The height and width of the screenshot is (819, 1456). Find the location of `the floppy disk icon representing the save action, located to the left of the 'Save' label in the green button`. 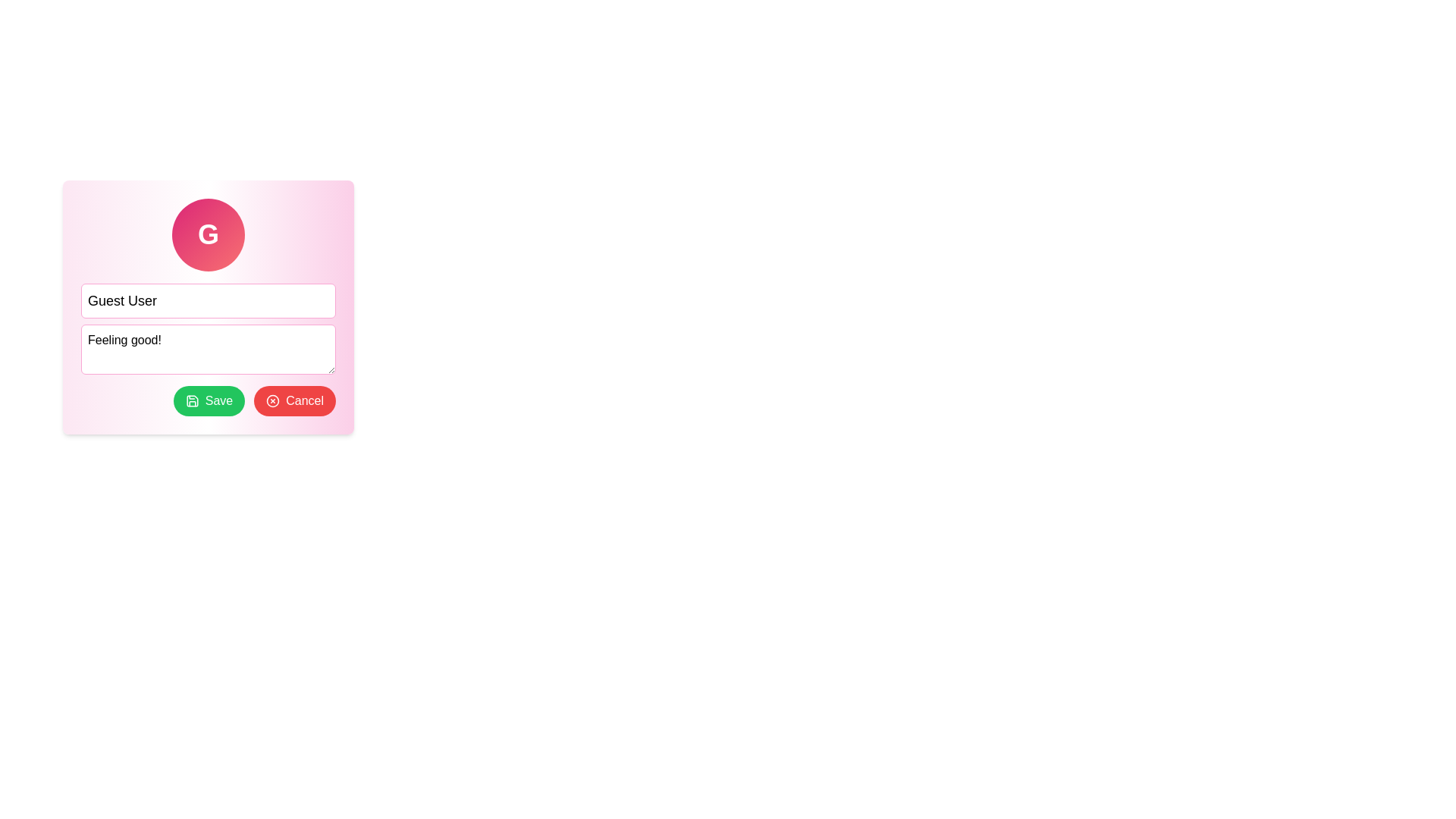

the floppy disk icon representing the save action, located to the left of the 'Save' label in the green button is located at coordinates (191, 400).